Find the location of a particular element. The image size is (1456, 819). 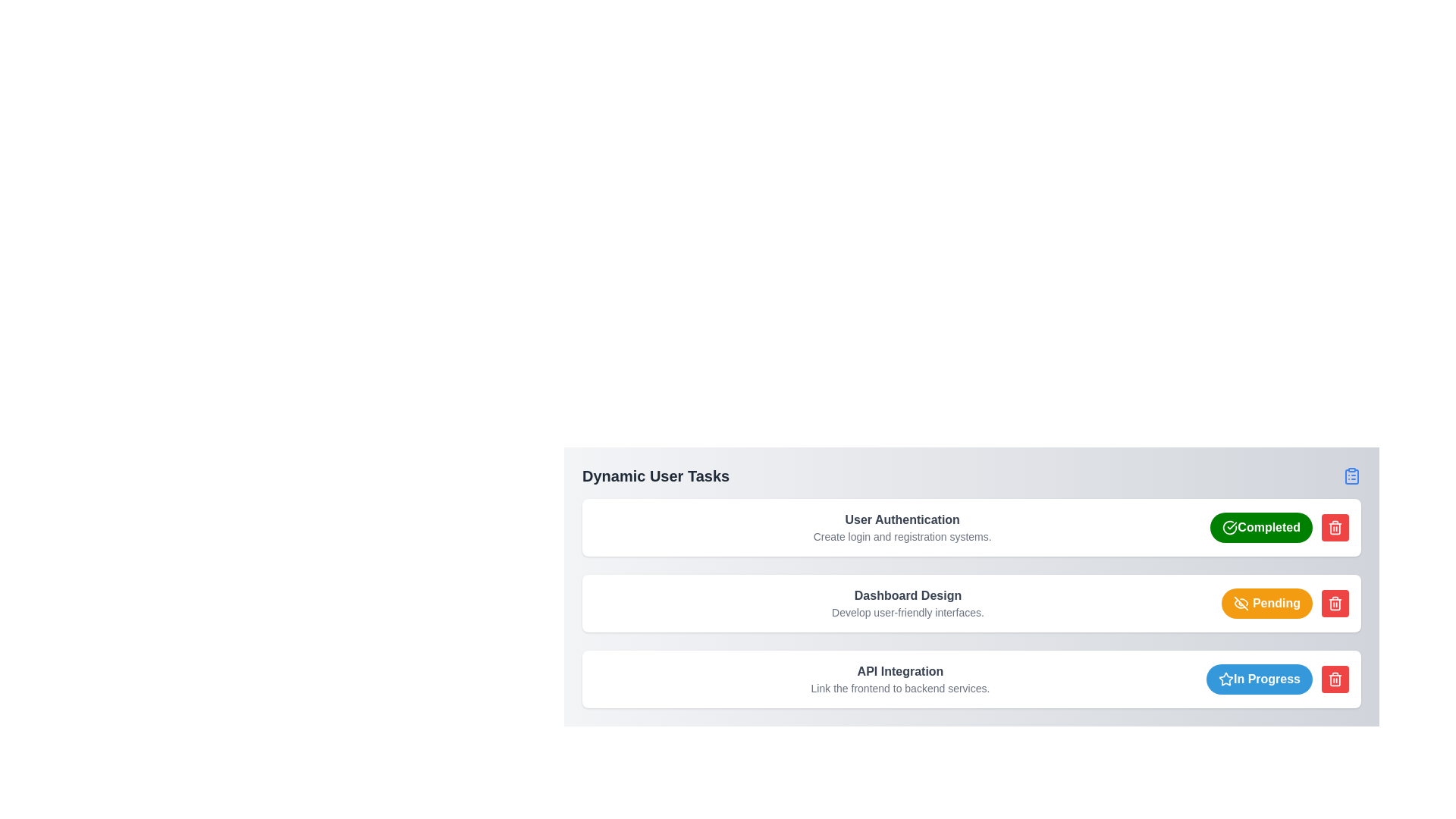

the second Task Card in the task management interface, which is located between 'User Authentication' and 'API Integration' is located at coordinates (971, 602).